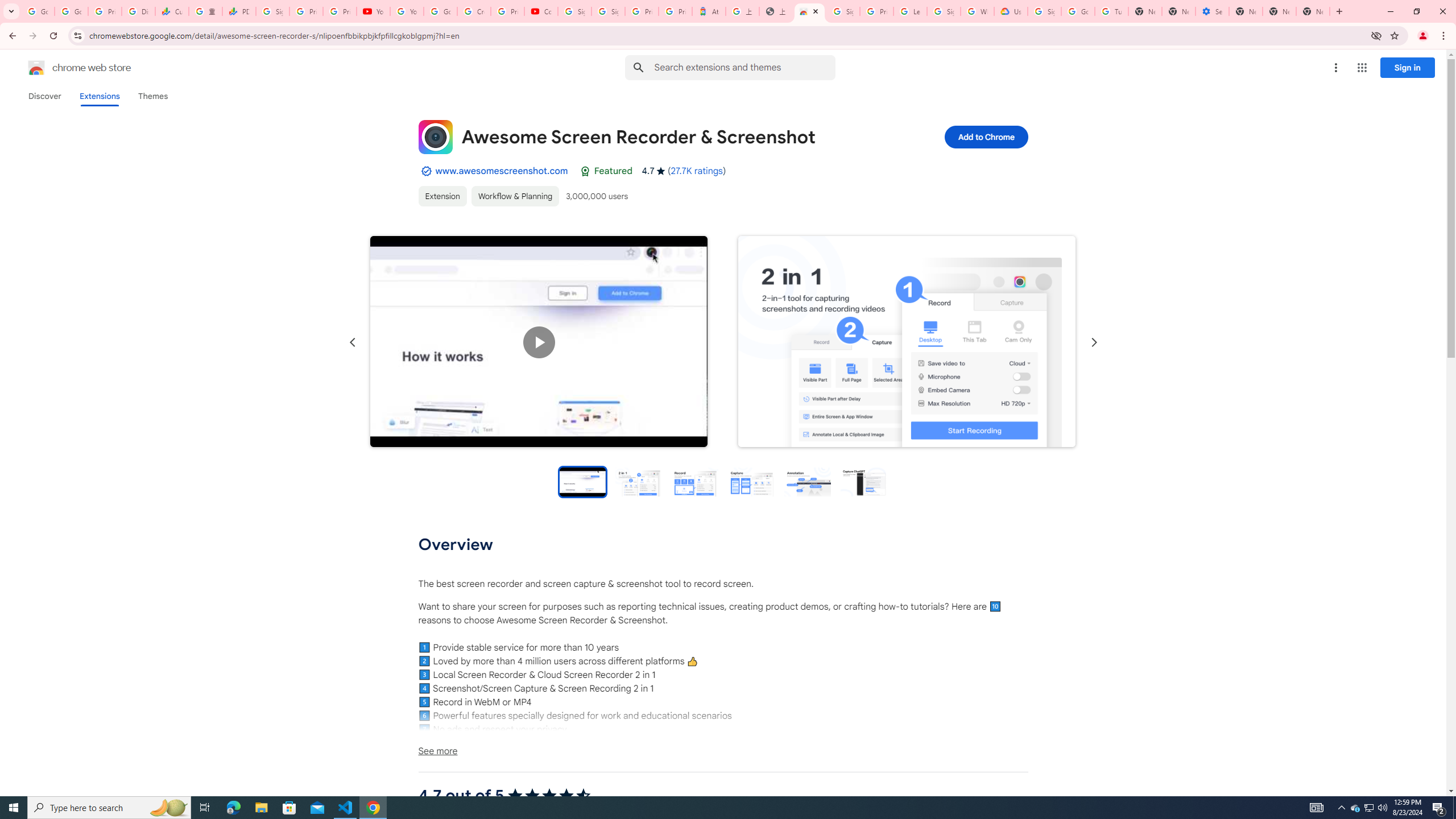  What do you see at coordinates (694, 481) in the screenshot?
I see `'Preview slide 3'` at bounding box center [694, 481].